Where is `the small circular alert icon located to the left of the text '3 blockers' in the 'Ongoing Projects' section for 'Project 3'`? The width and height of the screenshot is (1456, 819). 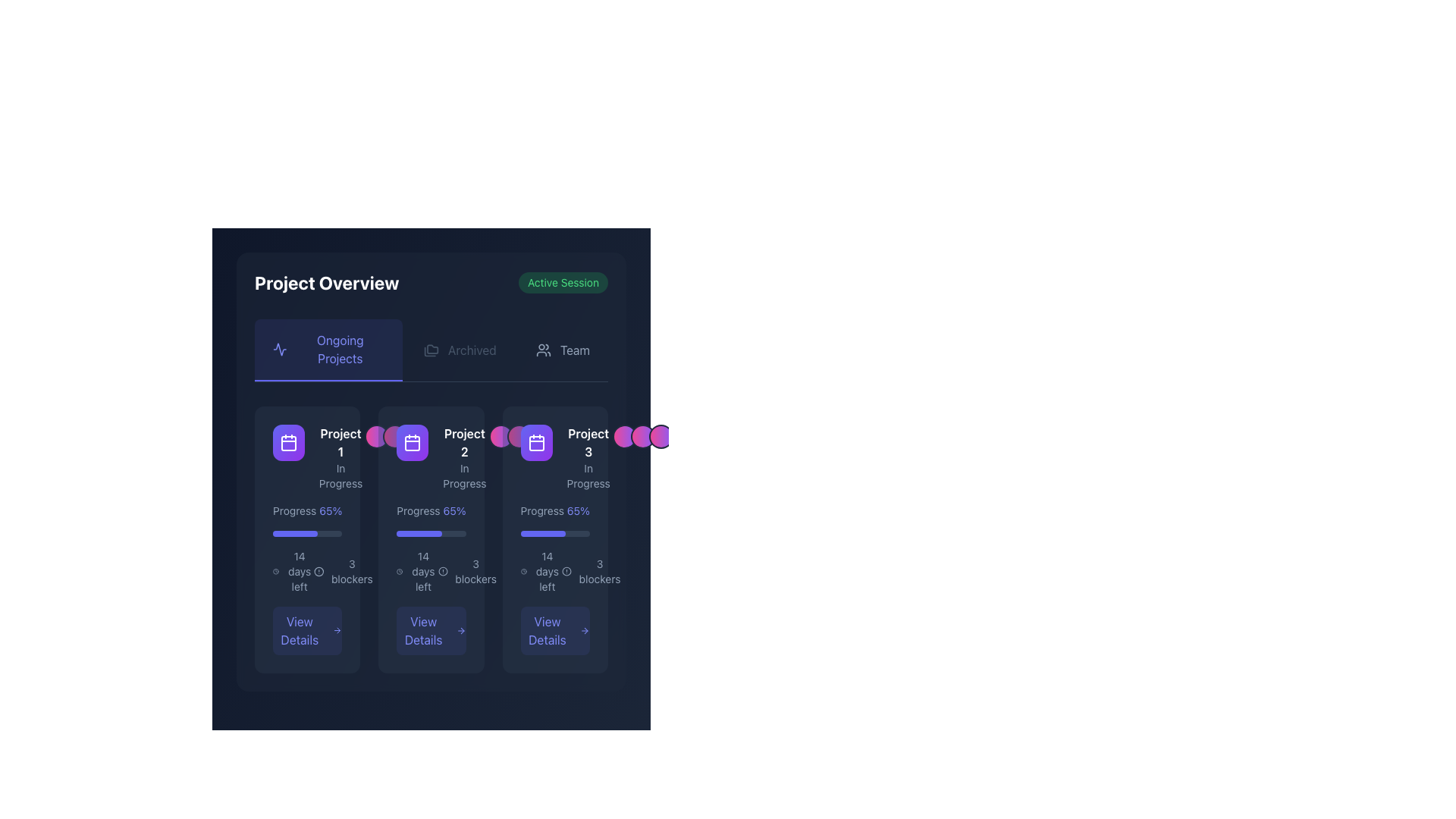 the small circular alert icon located to the left of the text '3 blockers' in the 'Ongoing Projects' section for 'Project 3' is located at coordinates (566, 571).